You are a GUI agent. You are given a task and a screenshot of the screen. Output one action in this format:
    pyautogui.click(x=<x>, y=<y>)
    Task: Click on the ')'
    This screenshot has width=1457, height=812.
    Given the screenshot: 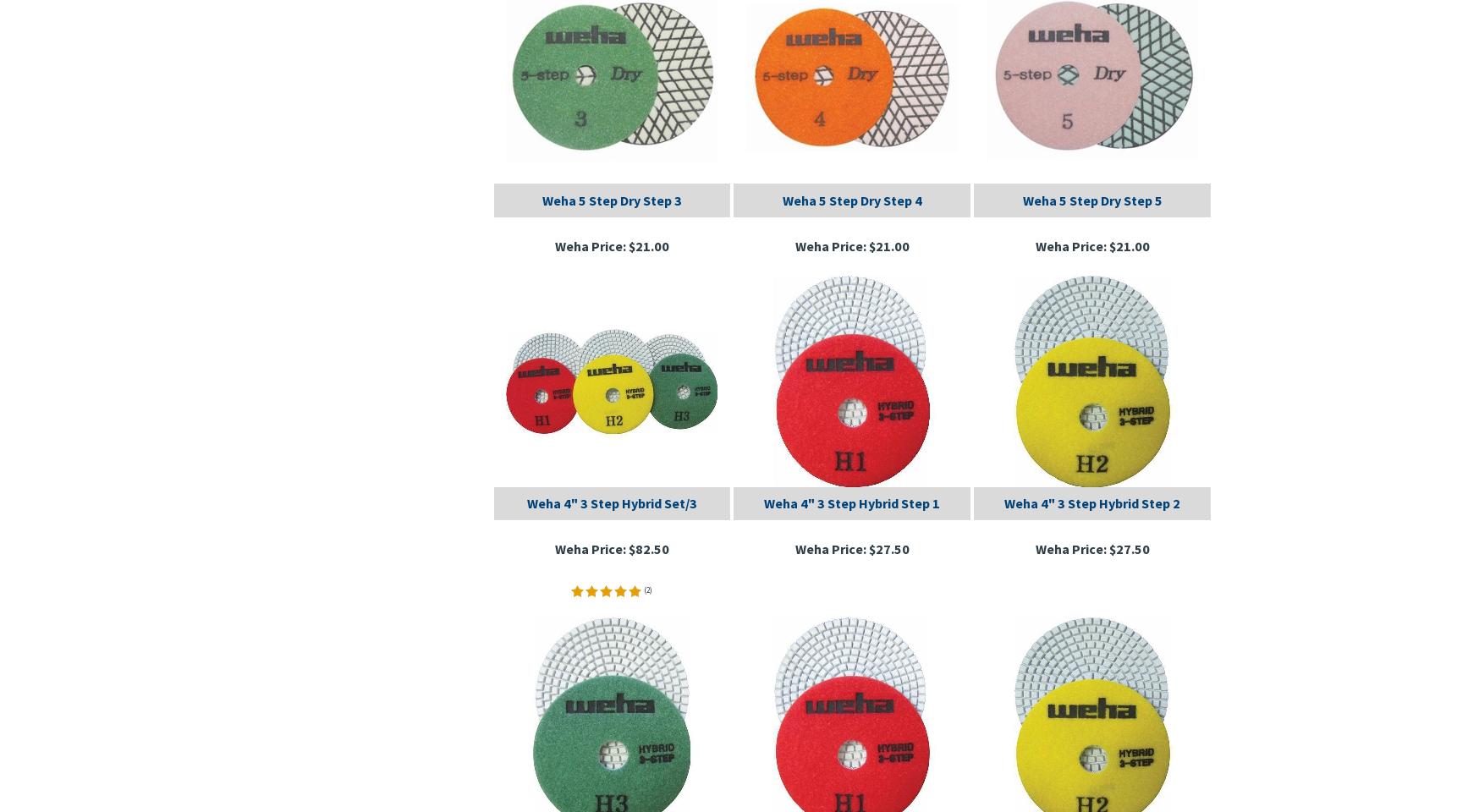 What is the action you would take?
    pyautogui.click(x=651, y=589)
    